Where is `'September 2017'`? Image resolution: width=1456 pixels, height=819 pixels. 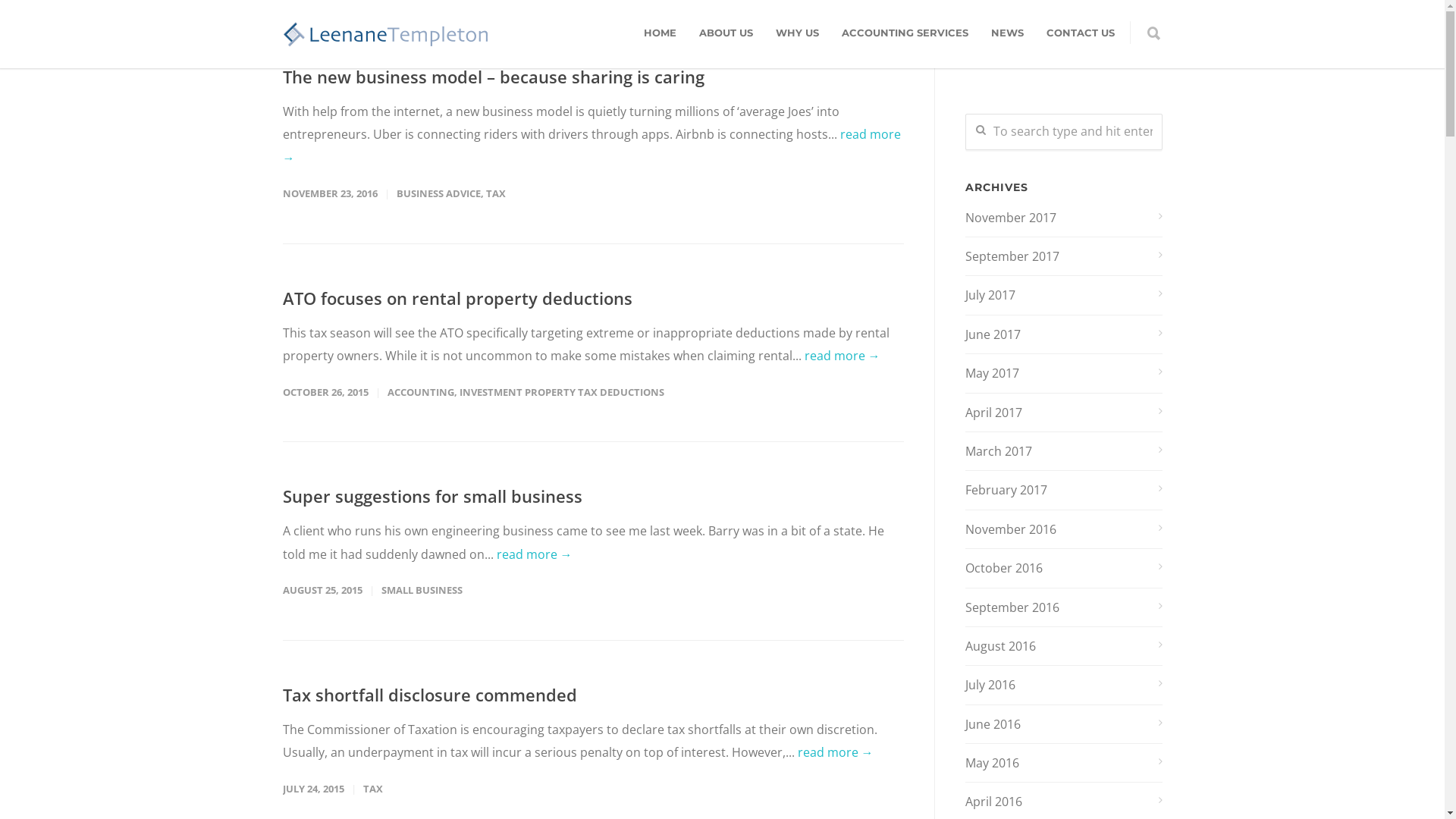 'September 2017' is located at coordinates (1062, 256).